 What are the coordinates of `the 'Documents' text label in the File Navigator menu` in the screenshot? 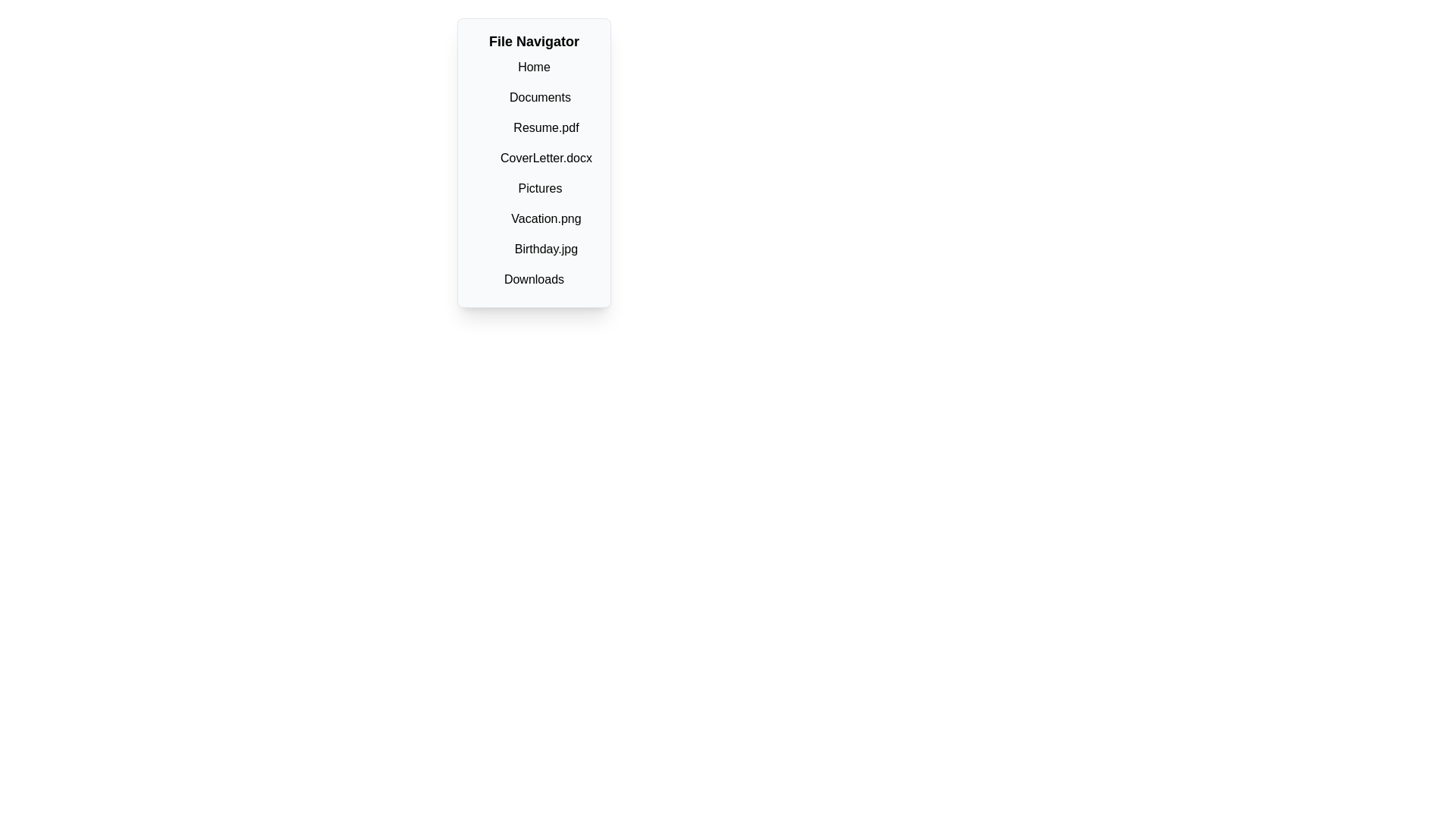 It's located at (540, 97).